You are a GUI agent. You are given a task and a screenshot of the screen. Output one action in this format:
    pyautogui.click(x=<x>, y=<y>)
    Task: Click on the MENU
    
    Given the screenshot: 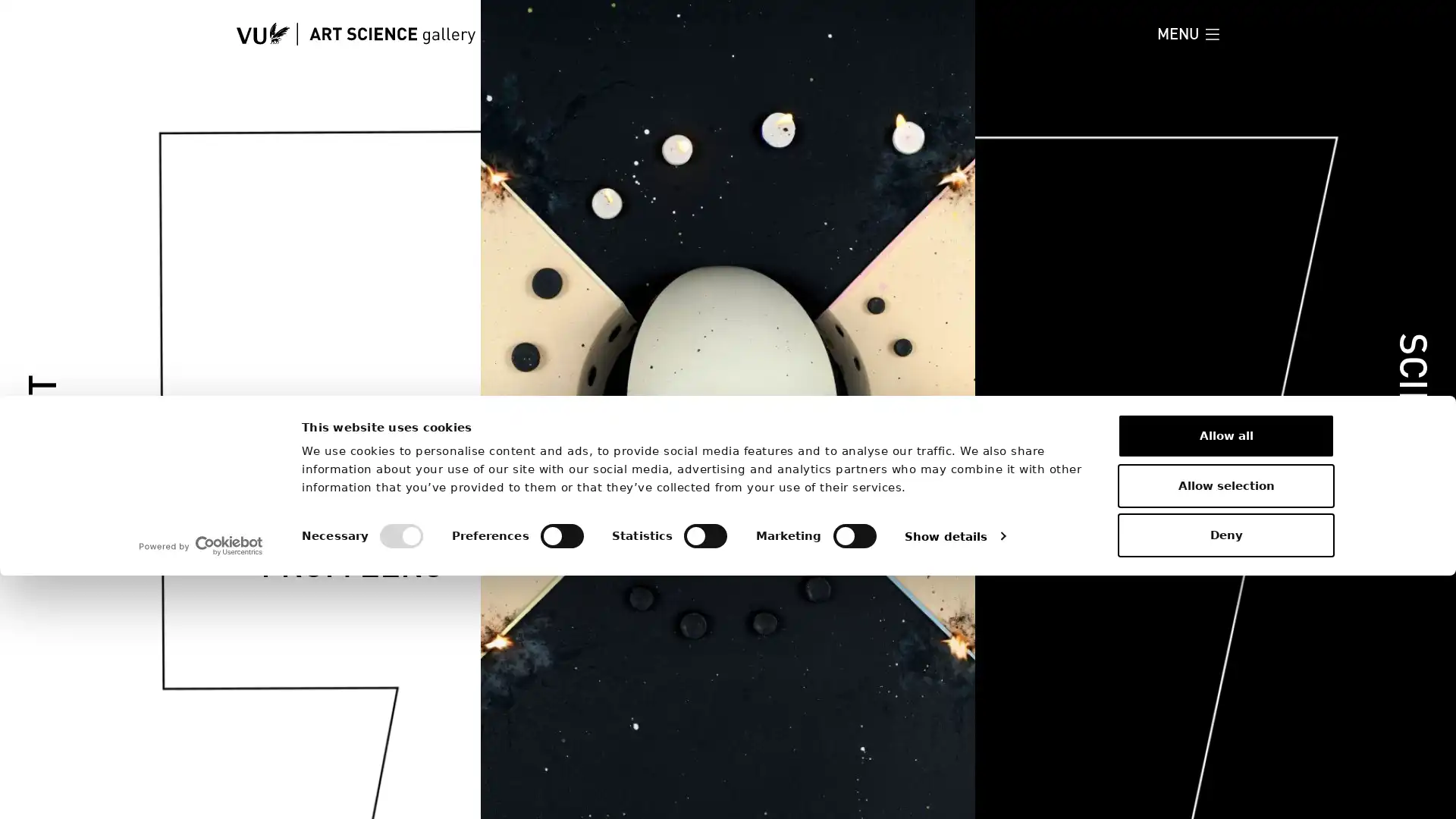 What is the action you would take?
    pyautogui.click(x=1187, y=33)
    